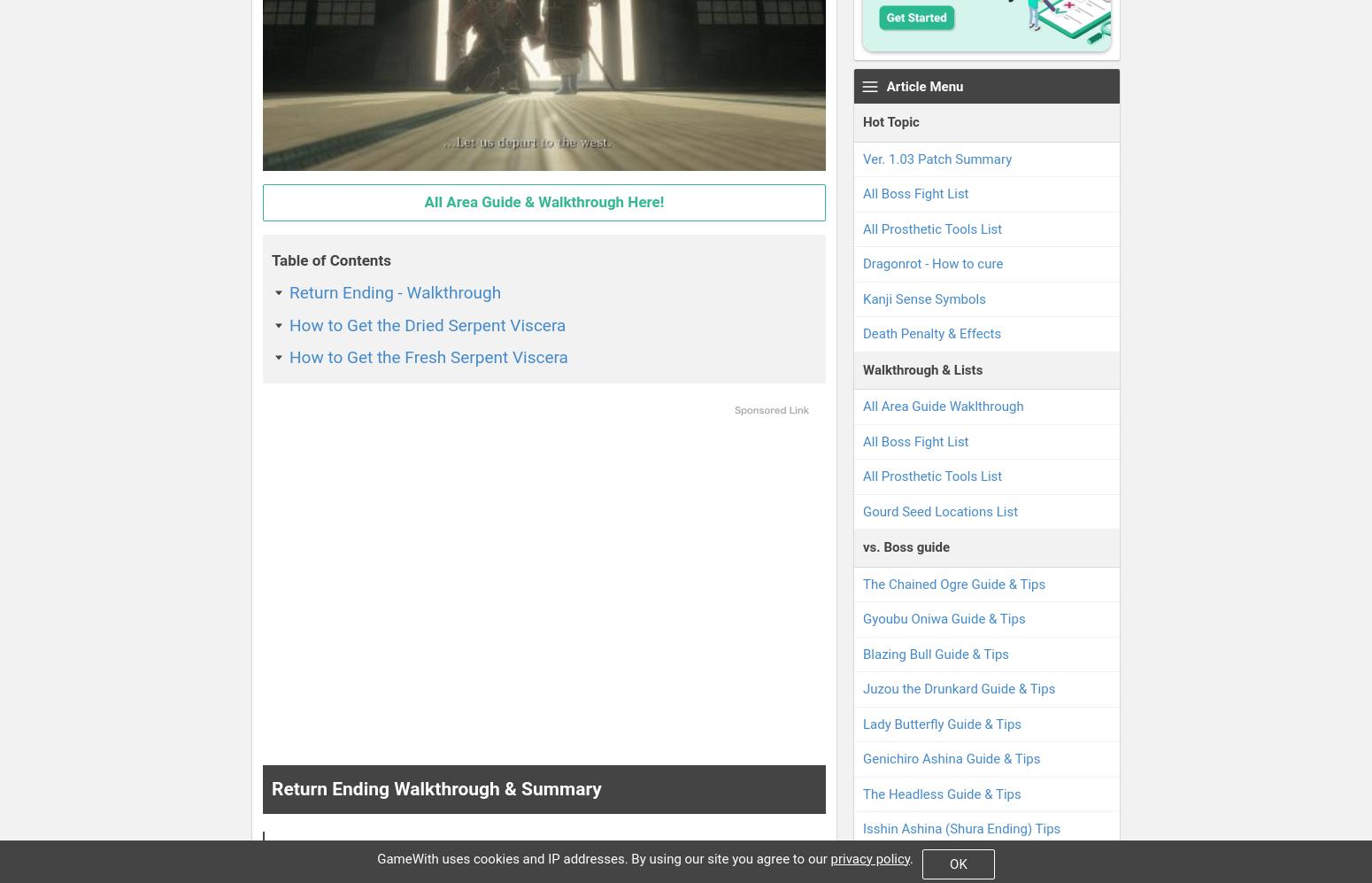 The height and width of the screenshot is (883, 1372). Describe the element at coordinates (923, 297) in the screenshot. I see `'Kanji Sense Symbols'` at that location.